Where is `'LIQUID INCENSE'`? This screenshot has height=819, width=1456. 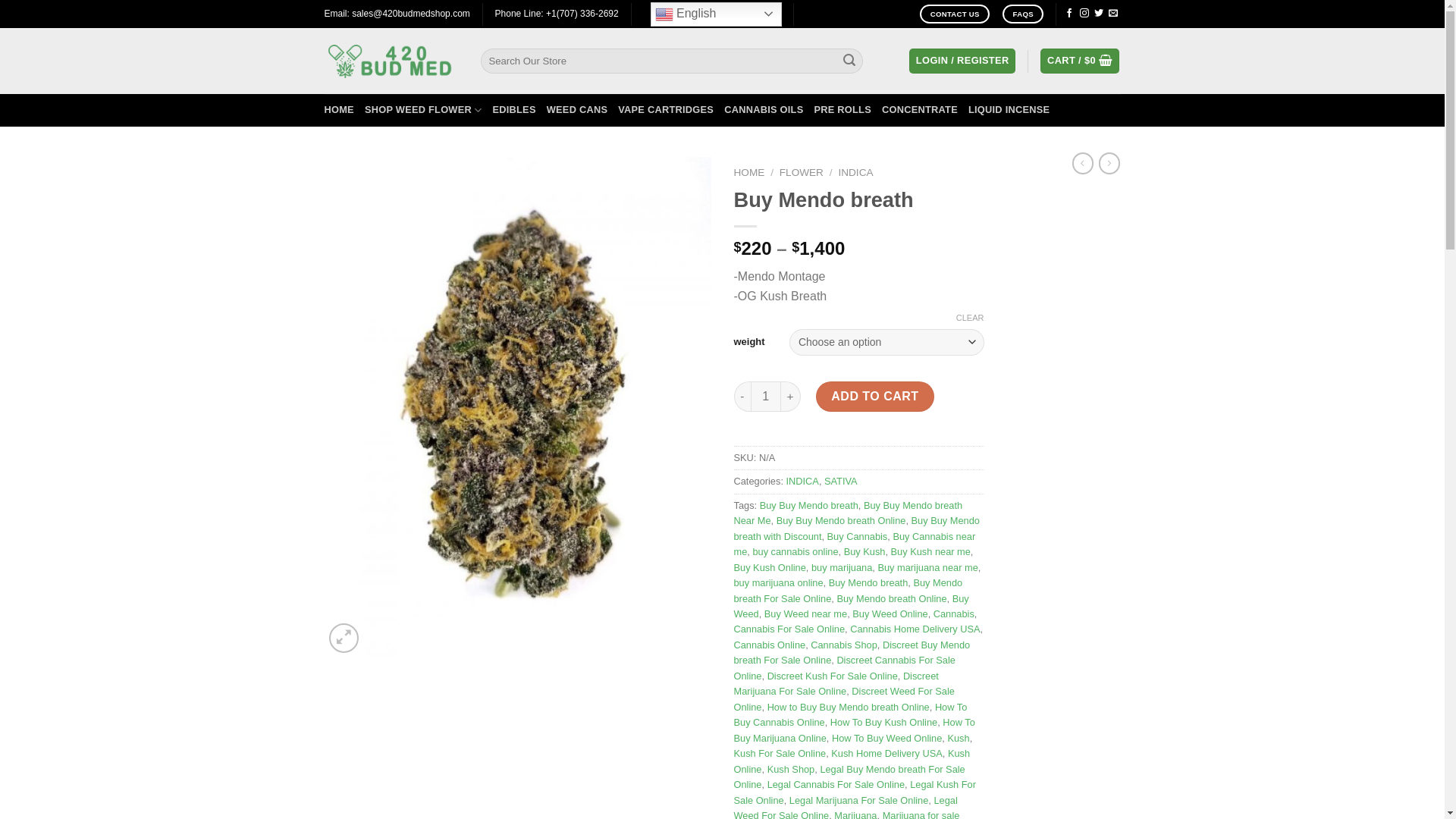 'LIQUID INCENSE' is located at coordinates (1009, 109).